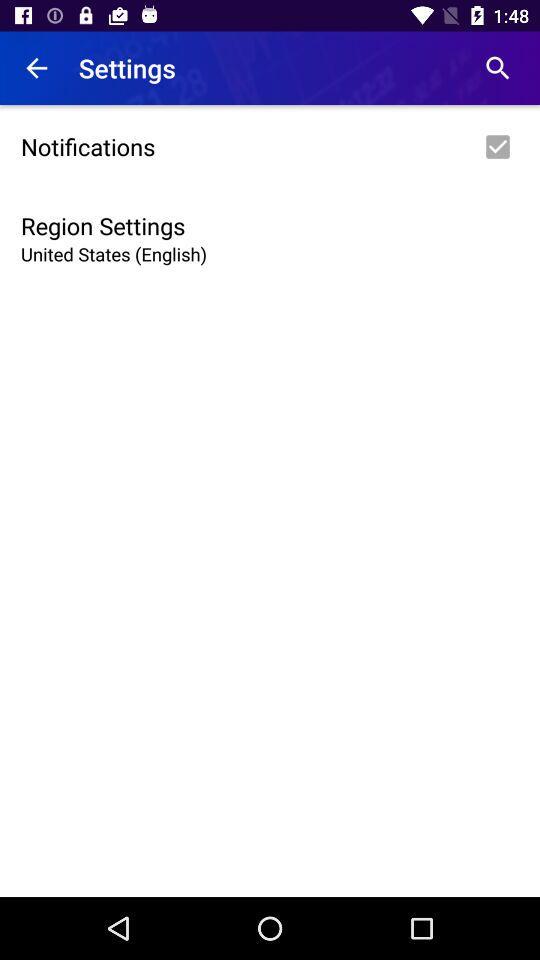 Image resolution: width=540 pixels, height=960 pixels. I want to click on the app to the left of settings icon, so click(36, 68).